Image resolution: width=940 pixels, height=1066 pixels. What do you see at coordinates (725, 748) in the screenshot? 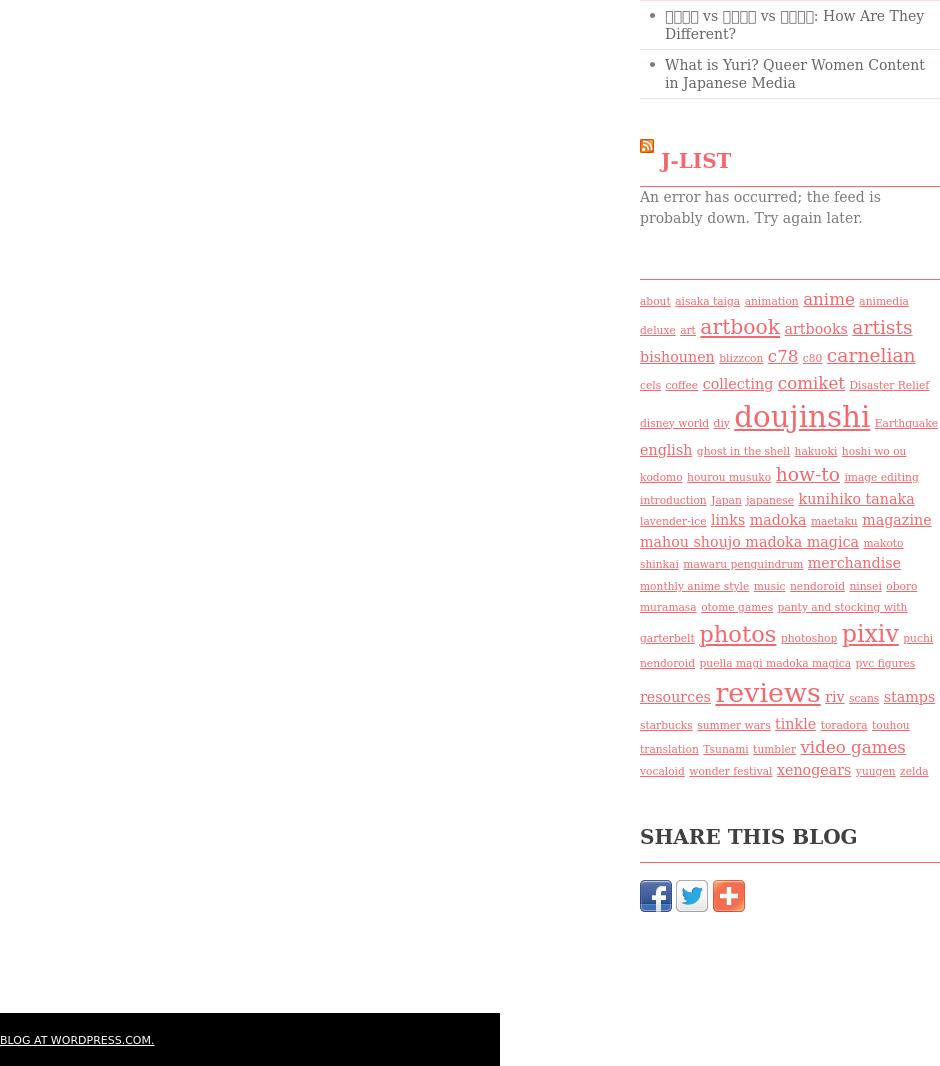
I see `'Tsunami'` at bounding box center [725, 748].